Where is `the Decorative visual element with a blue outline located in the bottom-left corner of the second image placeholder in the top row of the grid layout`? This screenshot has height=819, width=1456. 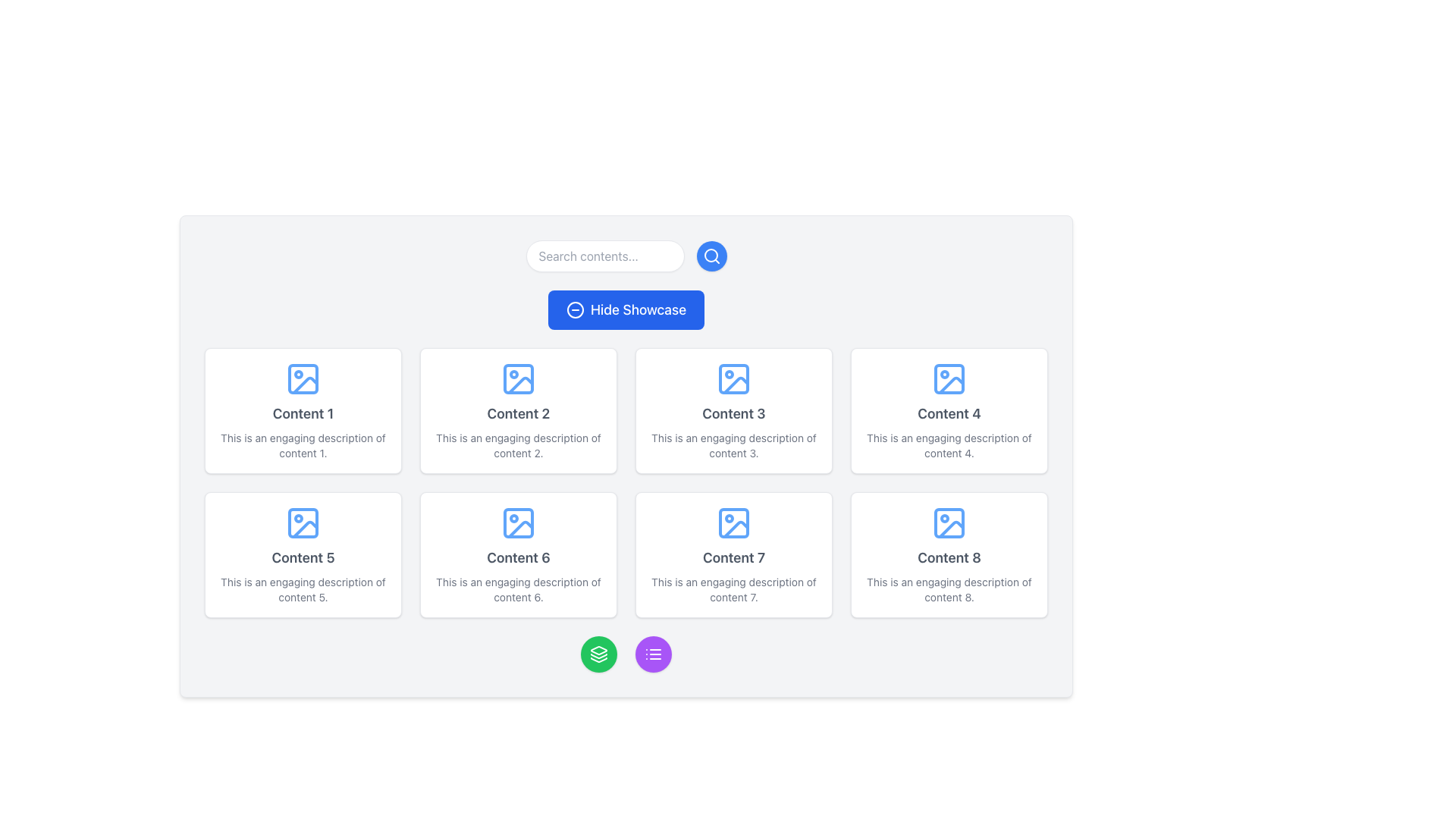 the Decorative visual element with a blue outline located in the bottom-left corner of the second image placeholder in the top row of the grid layout is located at coordinates (520, 384).